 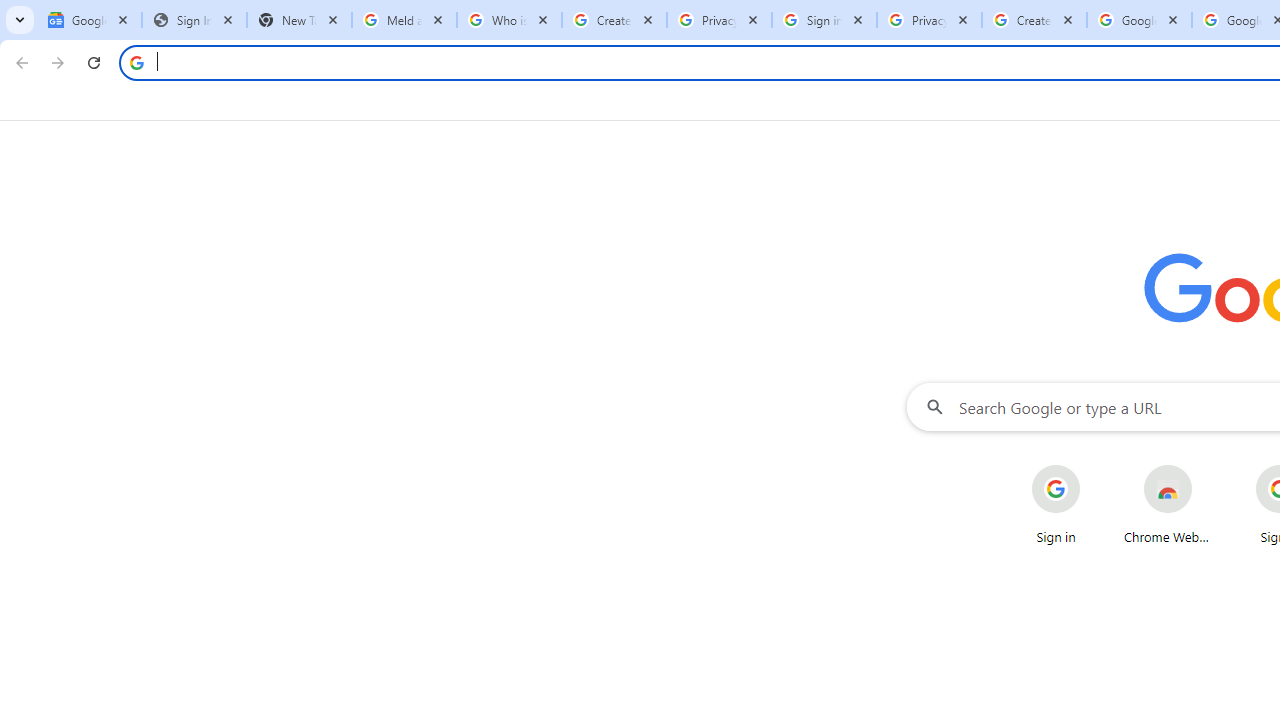 I want to click on 'More actions for Sign in shortcut', so click(x=1094, y=466).